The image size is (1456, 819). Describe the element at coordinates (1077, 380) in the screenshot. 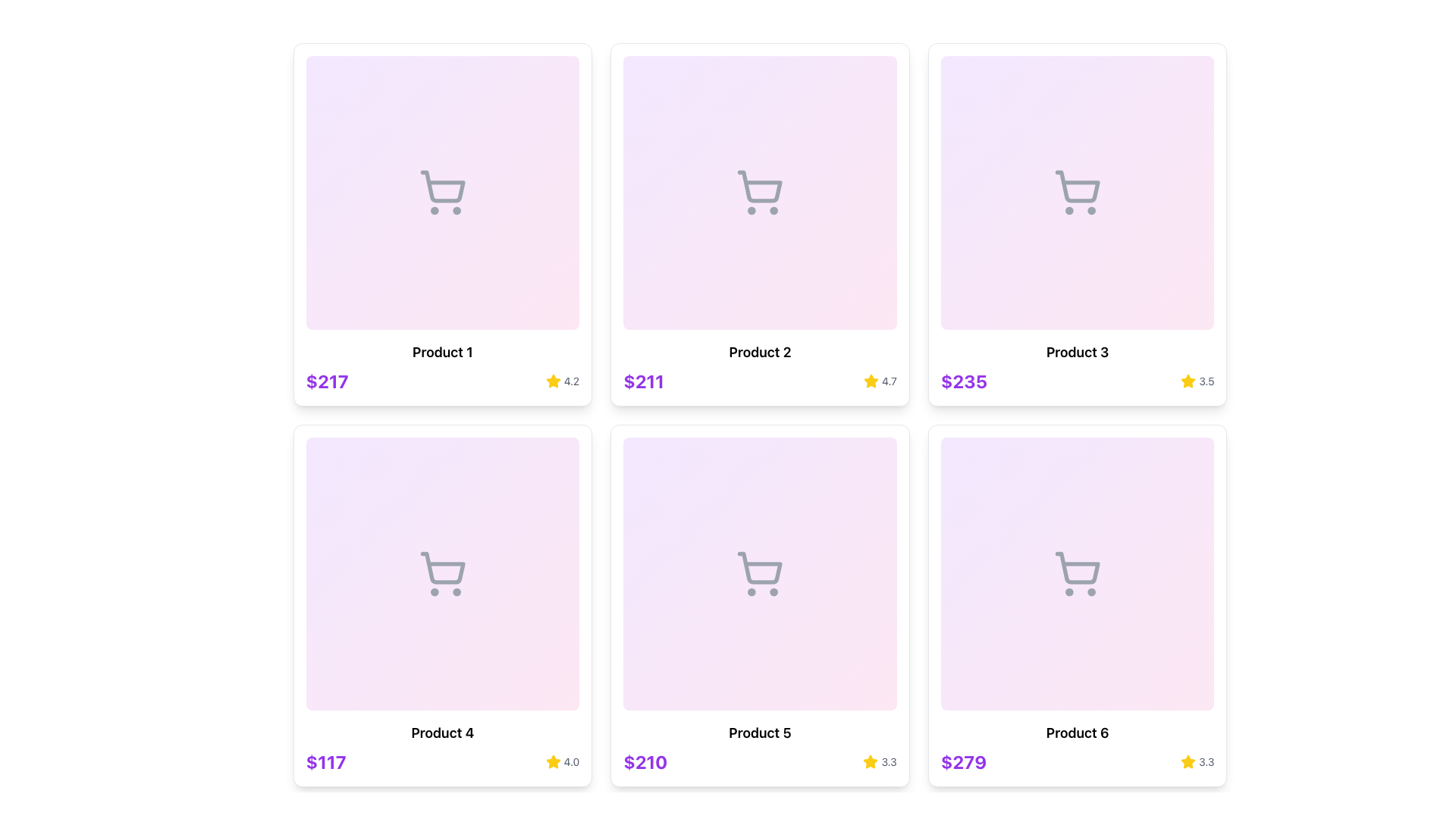

I see `price and rating details from the Composite display element located at the bottom section of the card labeled 'Product 3', which is the third card from the left in the top row` at that location.